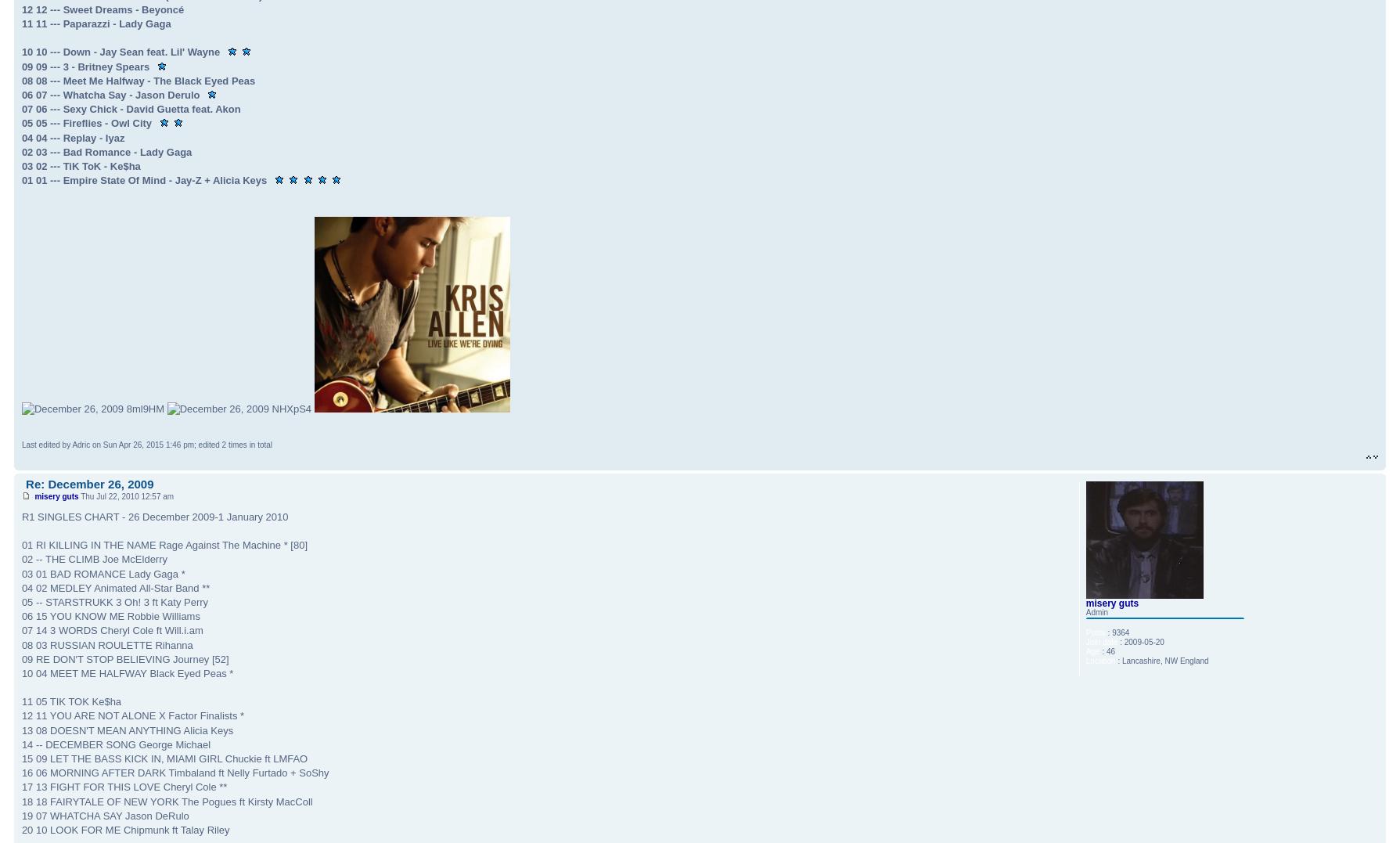 The width and height of the screenshot is (1400, 843). What do you see at coordinates (103, 573) in the screenshot?
I see `'03 01 BAD ROMANCE Lady Gaga *'` at bounding box center [103, 573].